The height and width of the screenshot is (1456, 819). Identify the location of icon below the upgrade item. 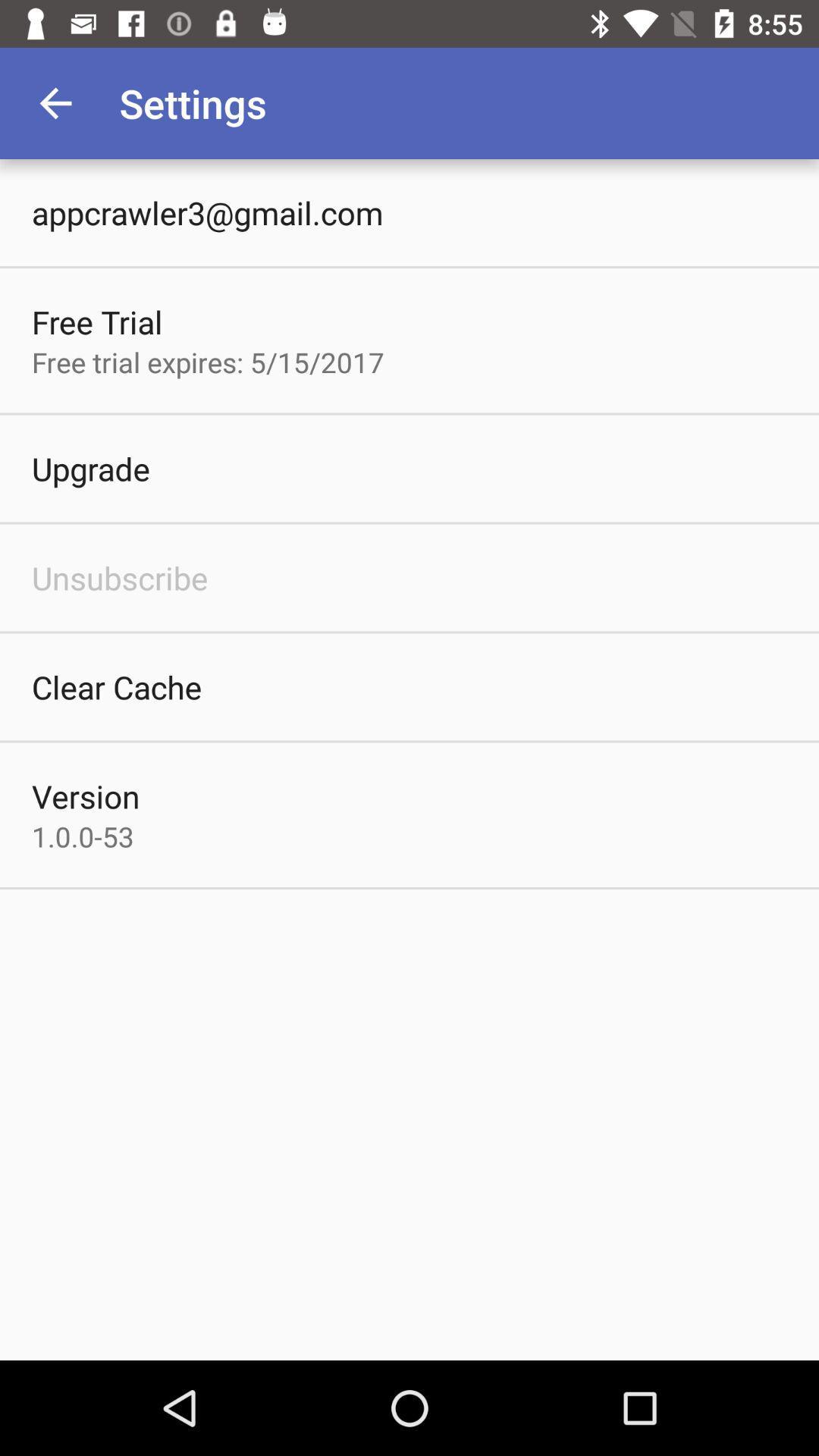
(119, 577).